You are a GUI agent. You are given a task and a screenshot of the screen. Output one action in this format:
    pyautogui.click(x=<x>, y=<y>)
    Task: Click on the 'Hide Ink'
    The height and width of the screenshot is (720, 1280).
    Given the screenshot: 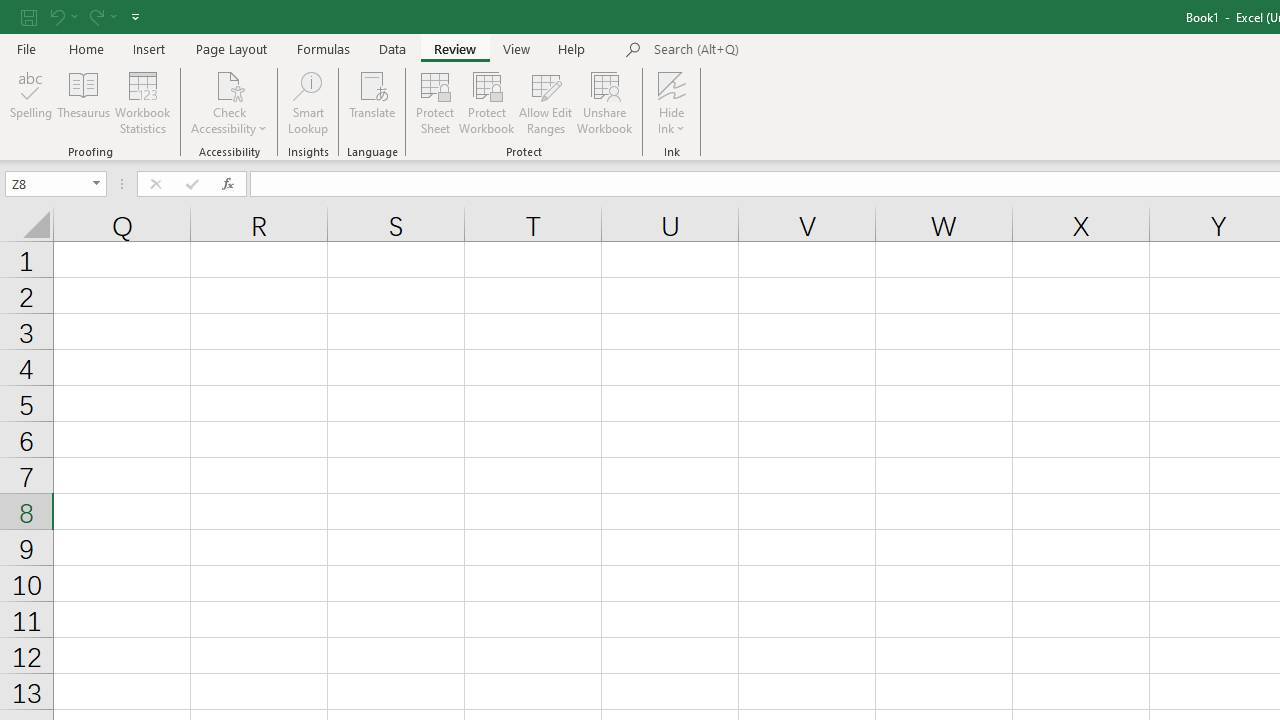 What is the action you would take?
    pyautogui.click(x=672, y=84)
    